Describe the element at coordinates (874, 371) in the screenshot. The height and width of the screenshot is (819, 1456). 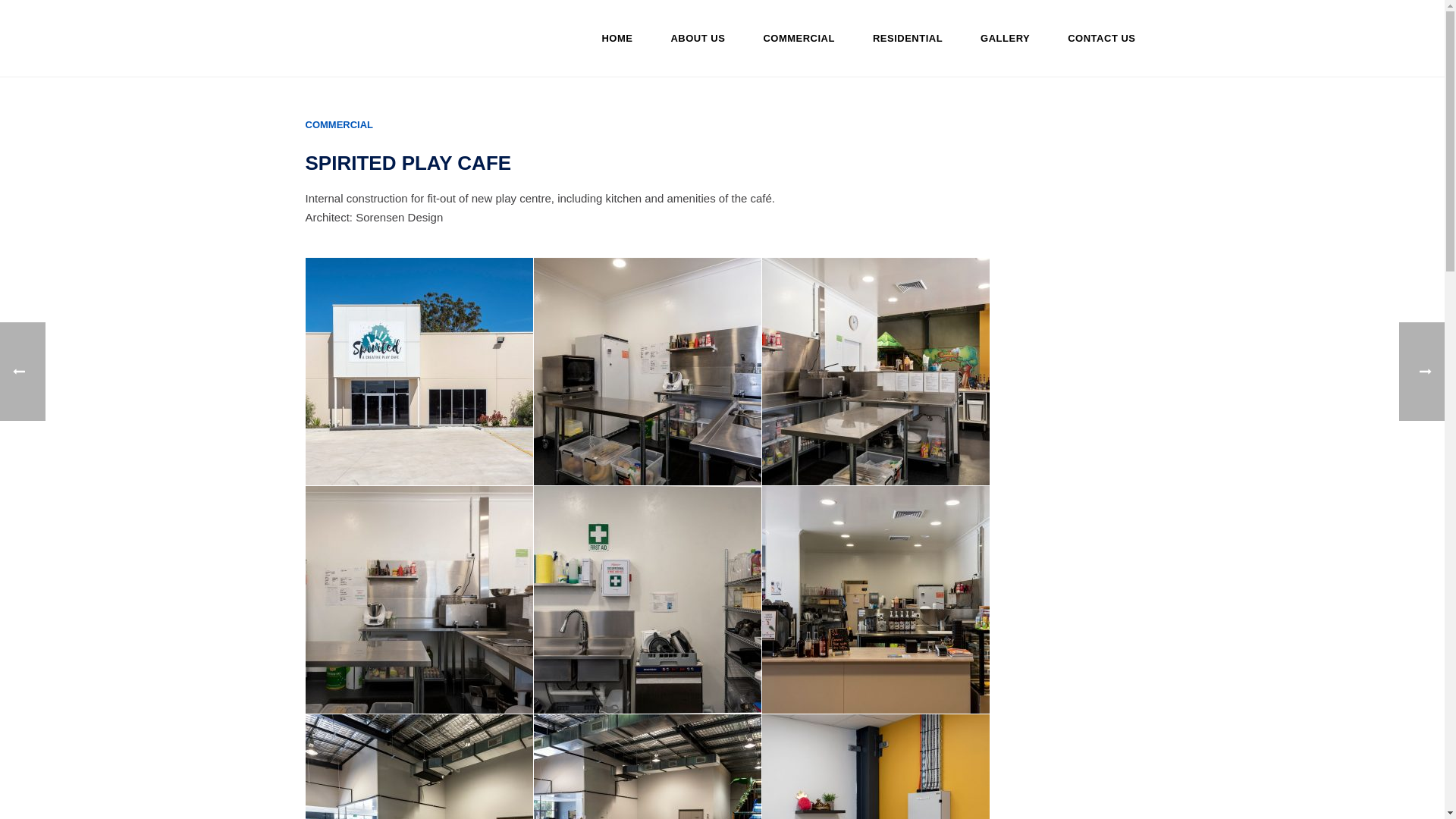
I see `'016-jt-20181120-0440-modifier-modifier'` at that location.